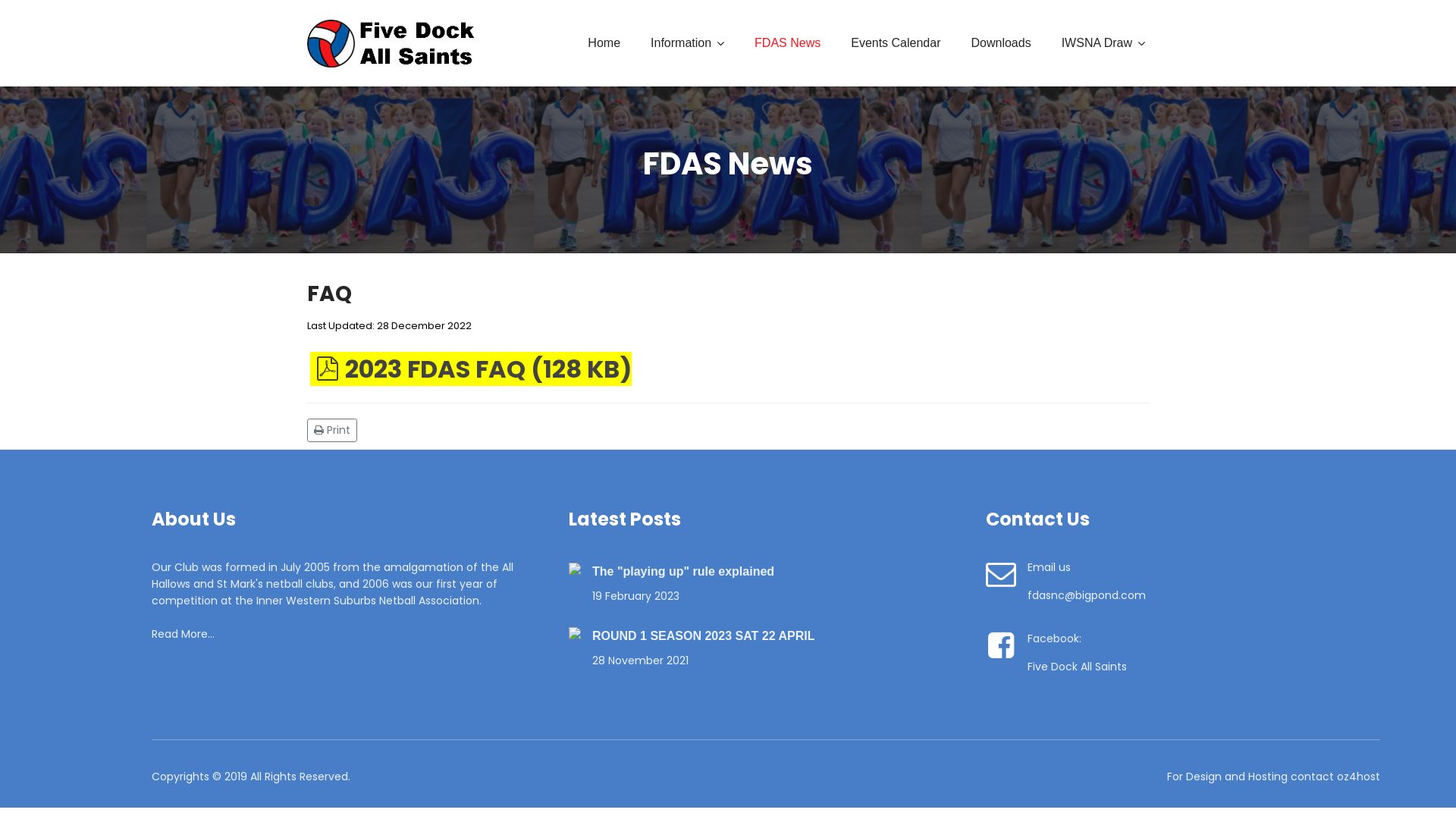 The image size is (1456, 819). Describe the element at coordinates (739, 42) in the screenshot. I see `'FDAS News'` at that location.